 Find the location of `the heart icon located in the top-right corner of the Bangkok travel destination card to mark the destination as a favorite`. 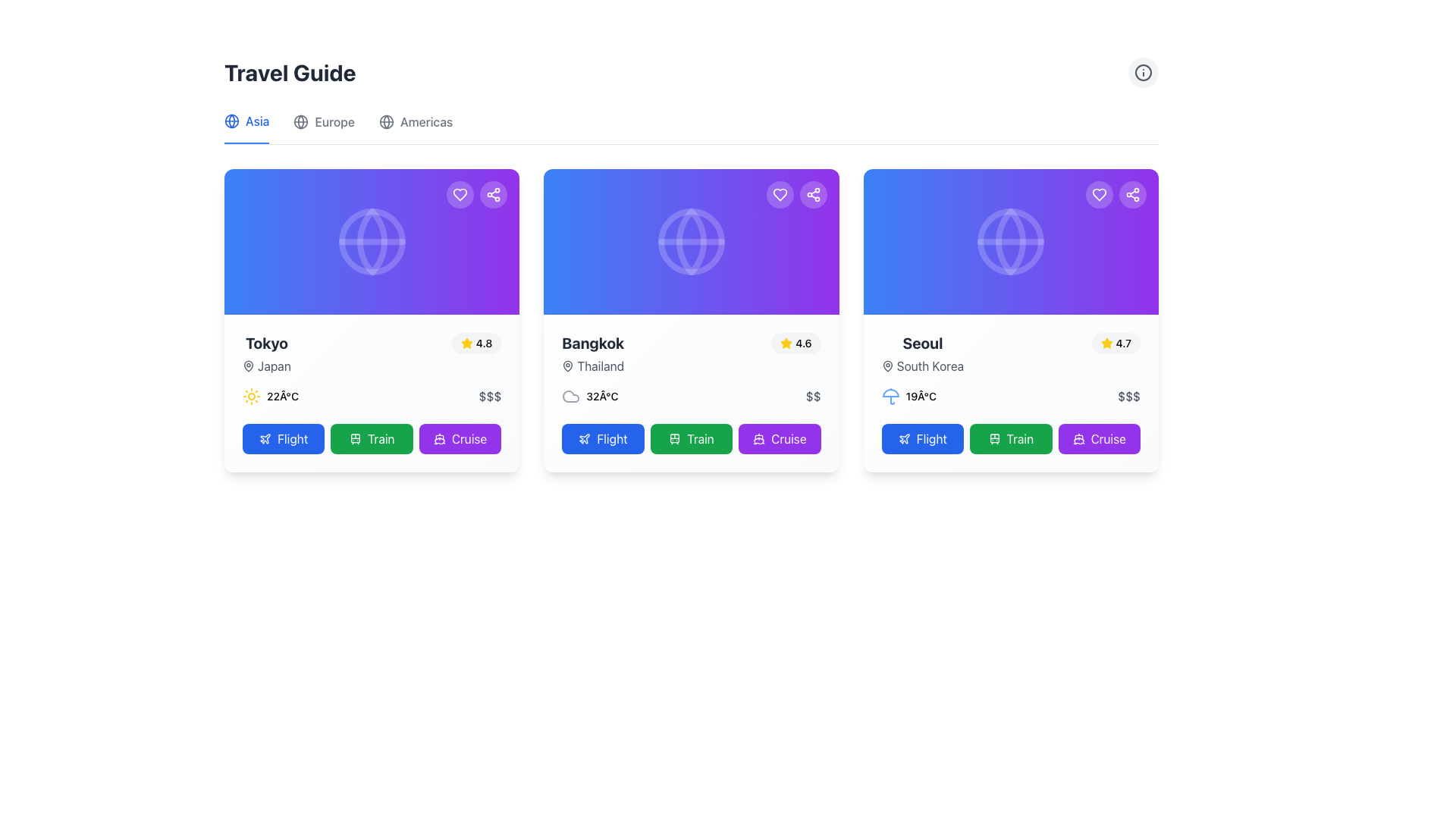

the heart icon located in the top-right corner of the Bangkok travel destination card to mark the destination as a favorite is located at coordinates (780, 194).